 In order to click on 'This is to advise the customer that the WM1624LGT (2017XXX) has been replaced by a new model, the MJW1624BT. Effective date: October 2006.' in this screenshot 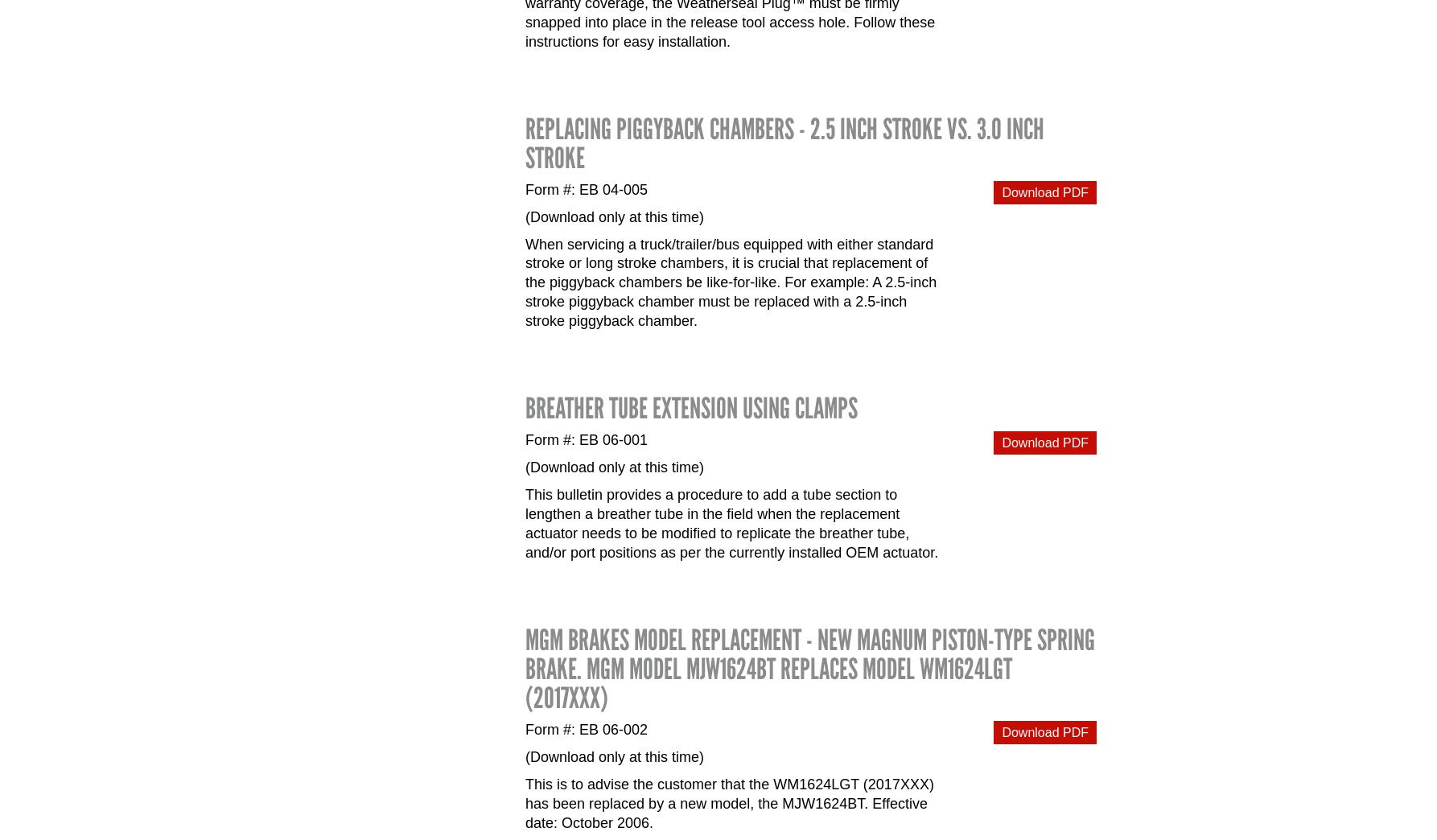, I will do `click(729, 804)`.